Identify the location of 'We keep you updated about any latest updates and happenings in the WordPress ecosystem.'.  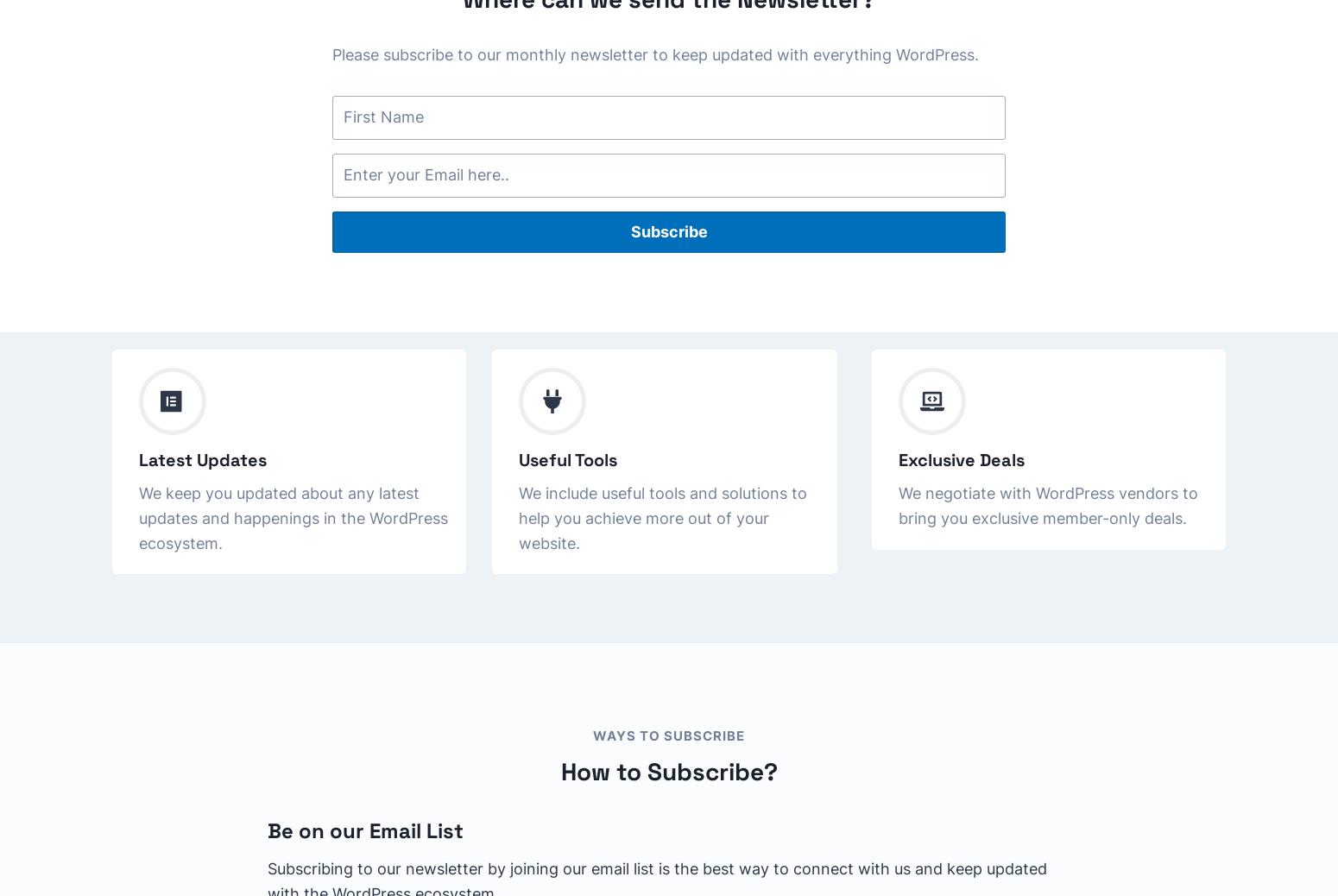
(293, 516).